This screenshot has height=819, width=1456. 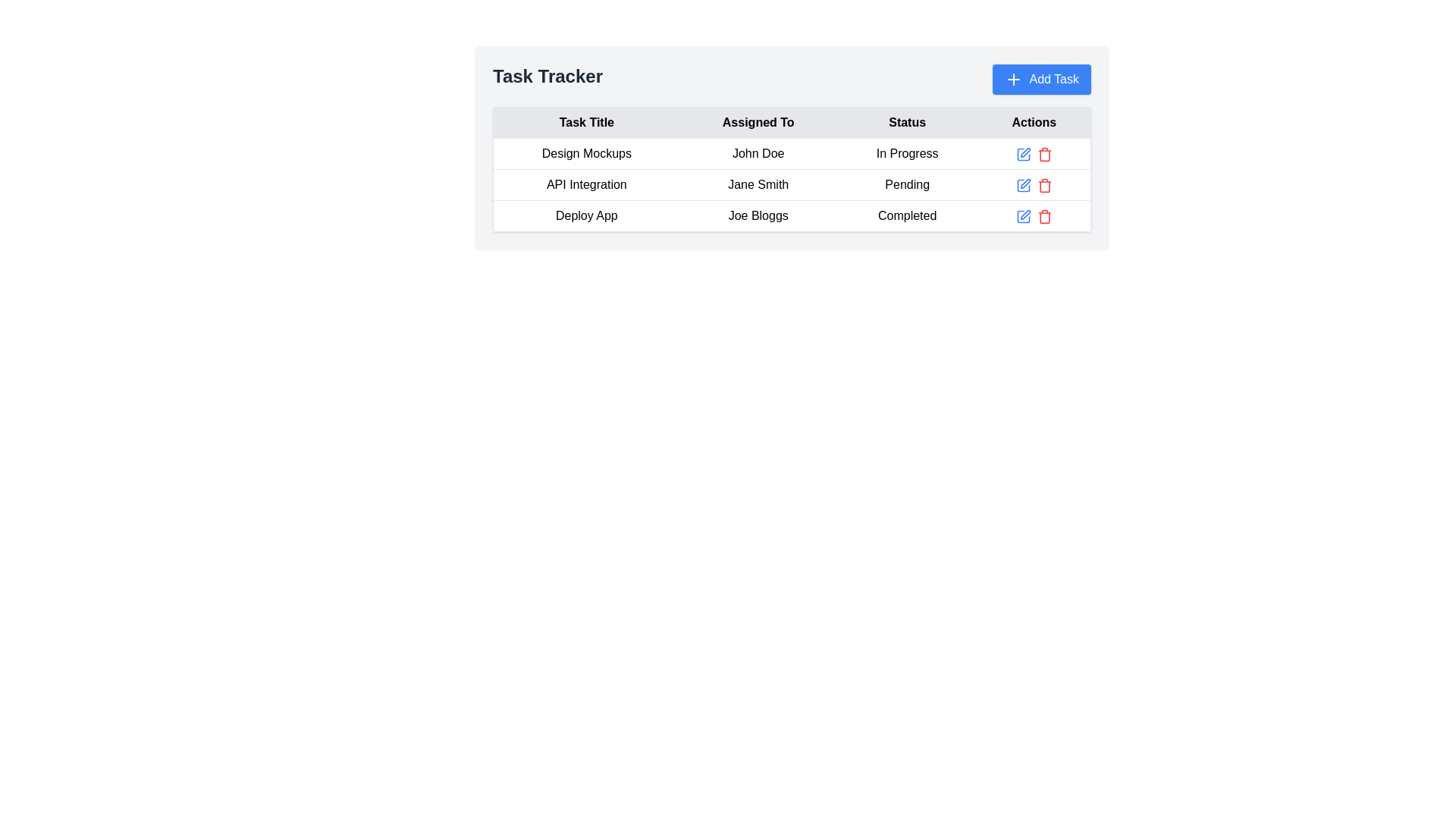 What do you see at coordinates (758, 154) in the screenshot?
I see `text label displaying 'John Doe', which is located in the second column of the first data row of a table, flanked by 'Design Mockups' and 'In Progress'` at bounding box center [758, 154].